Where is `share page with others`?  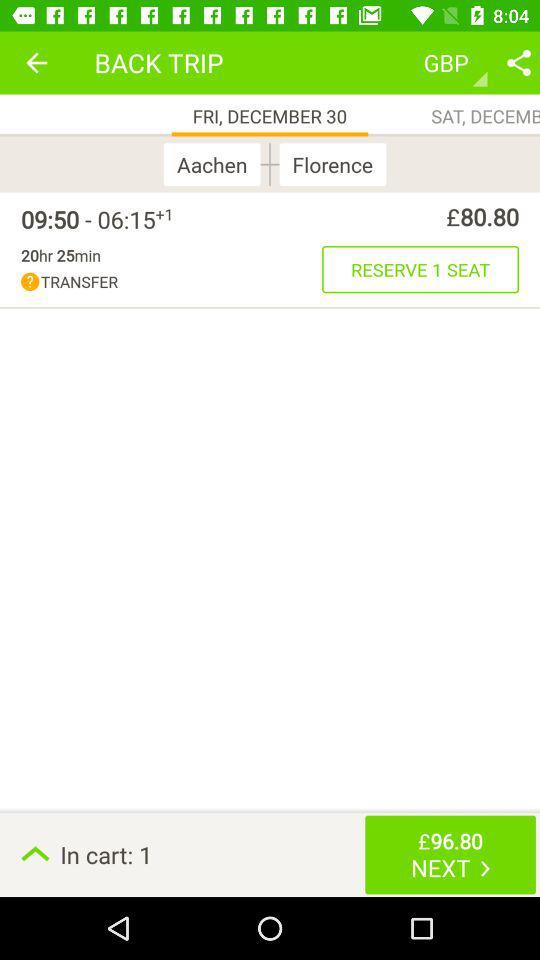 share page with others is located at coordinates (518, 62).